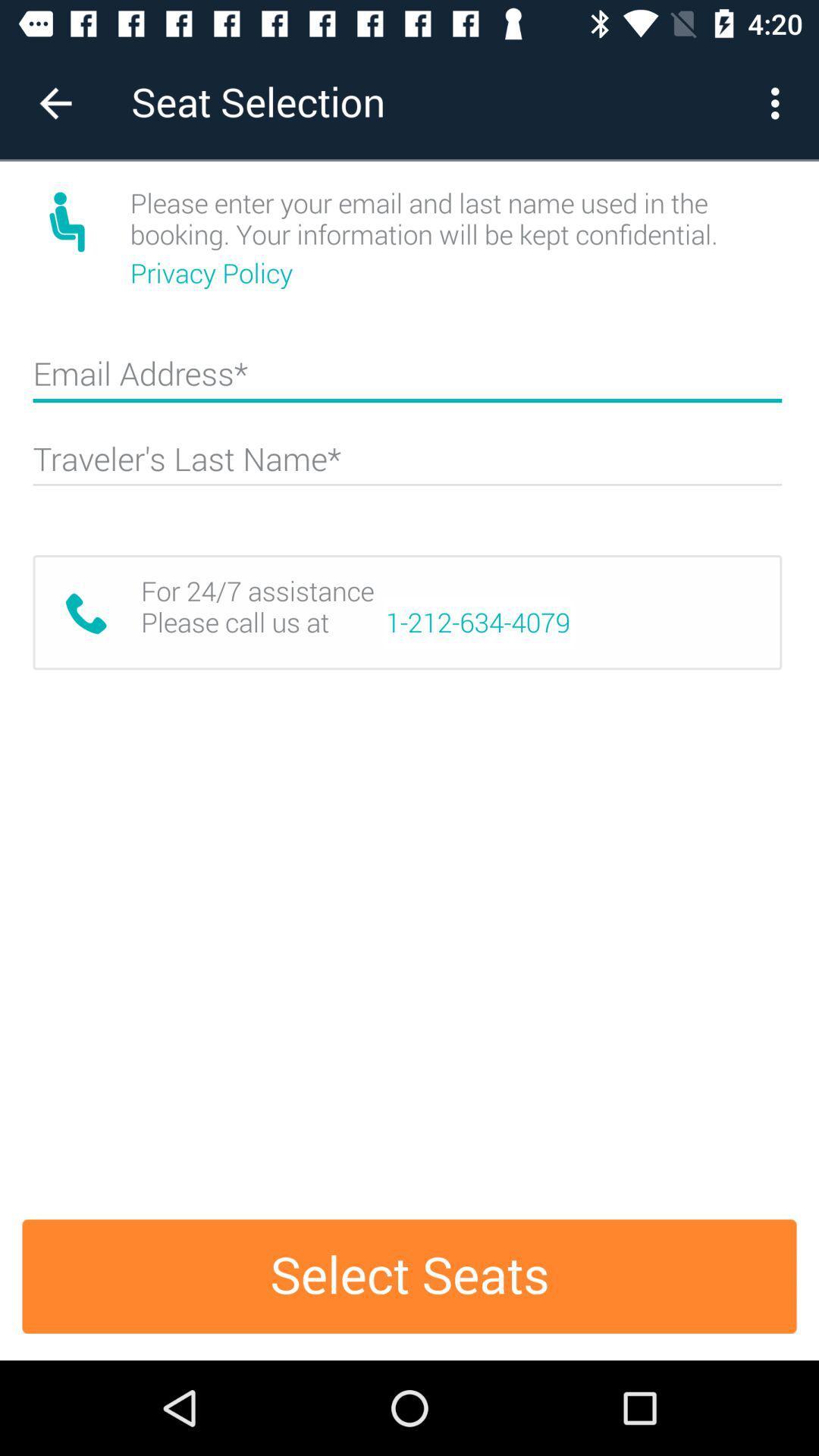  I want to click on the item above select seats icon, so click(478, 623).